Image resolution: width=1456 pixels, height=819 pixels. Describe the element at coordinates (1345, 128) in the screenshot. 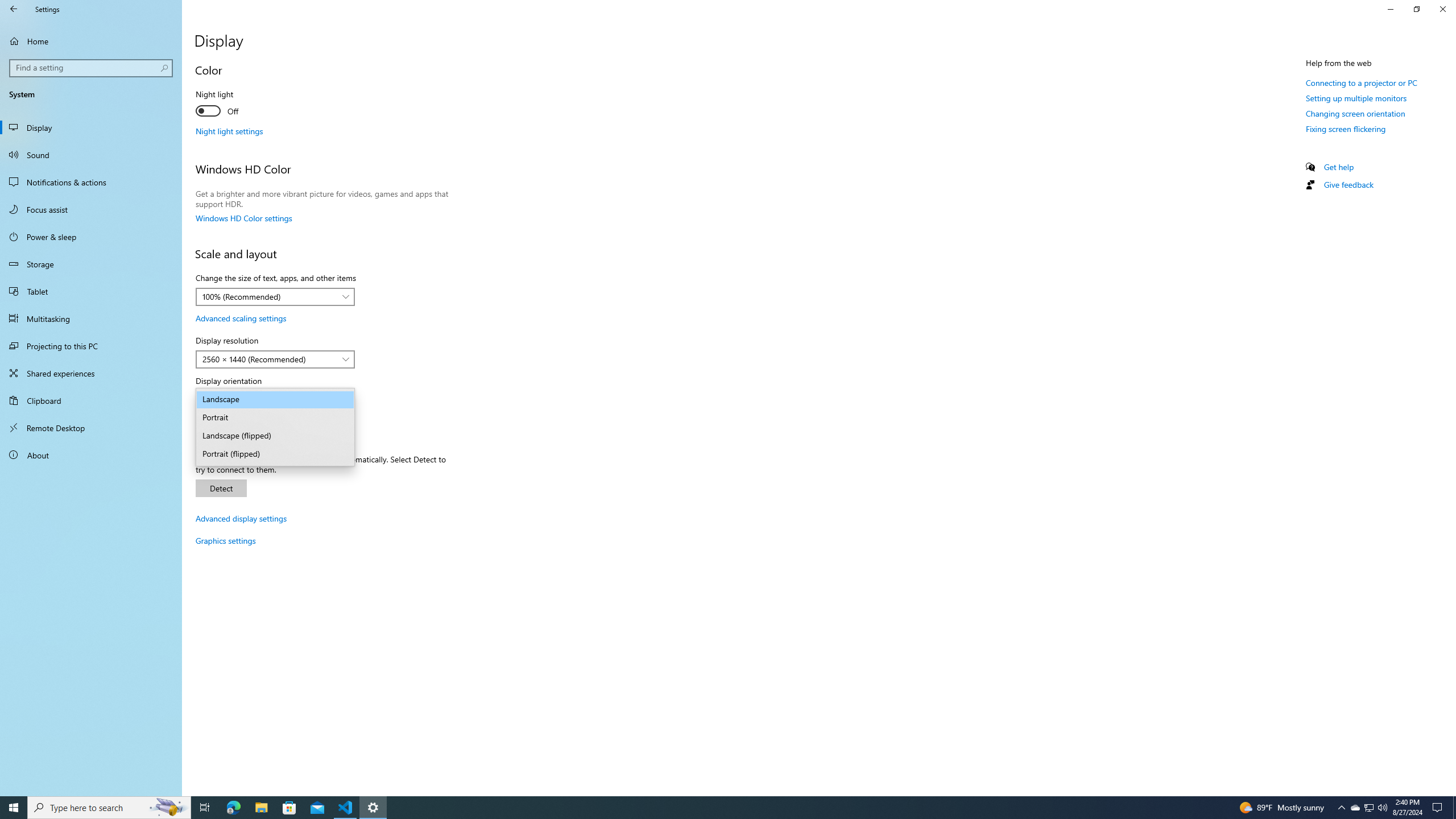

I see `'Fixing screen flickering'` at that location.